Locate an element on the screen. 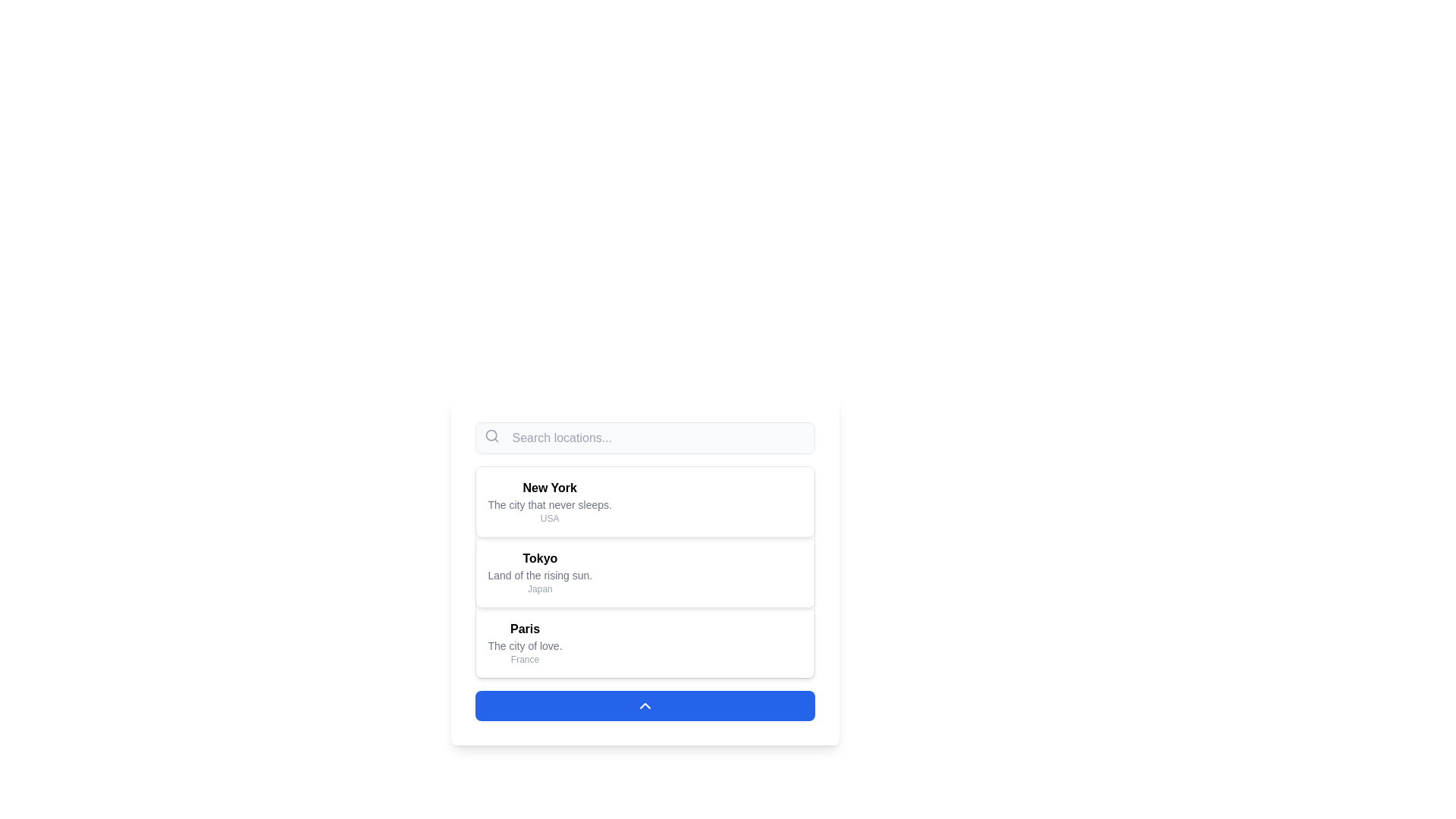 This screenshot has width=1456, height=819. the second list item that presents the name of a city, its subtitle, and country, located between 'New York' and 'Paris' is located at coordinates (645, 572).